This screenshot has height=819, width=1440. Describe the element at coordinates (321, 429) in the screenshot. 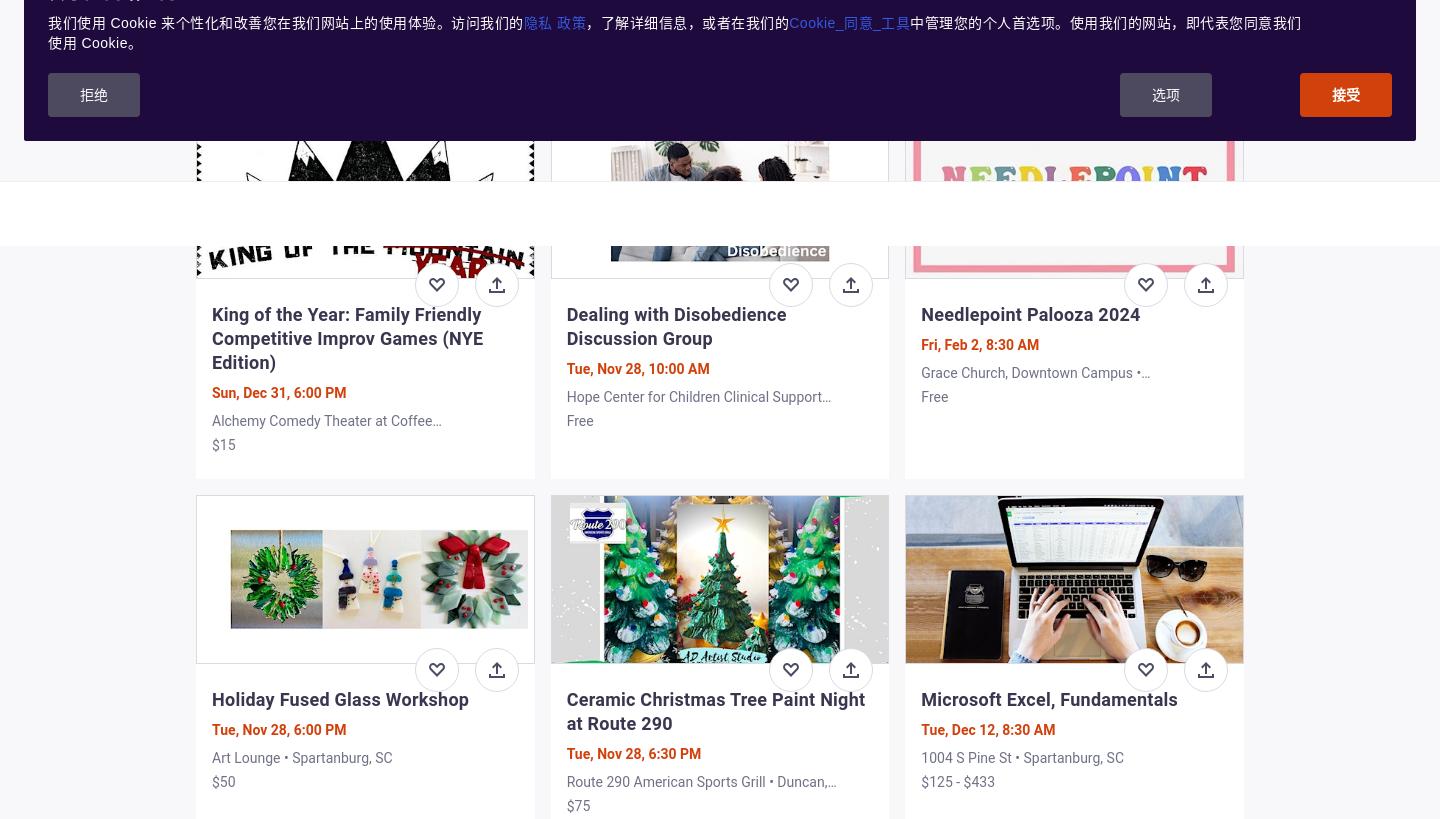

I see `'Alchemy Comedy Theater at Coffee Underground • Greenville, SC'` at that location.